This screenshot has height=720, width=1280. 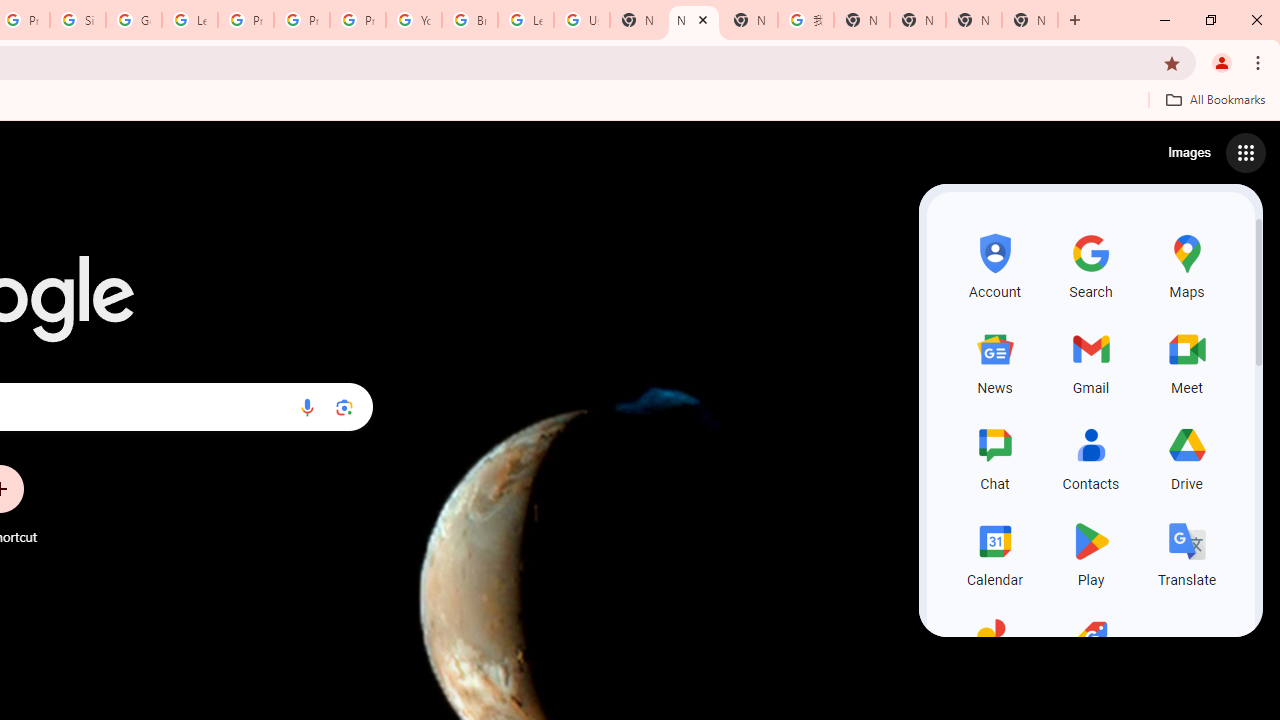 I want to click on 'Gmail, row 2 of 5 and column 2 of 3 in the first section', so click(x=1090, y=360).